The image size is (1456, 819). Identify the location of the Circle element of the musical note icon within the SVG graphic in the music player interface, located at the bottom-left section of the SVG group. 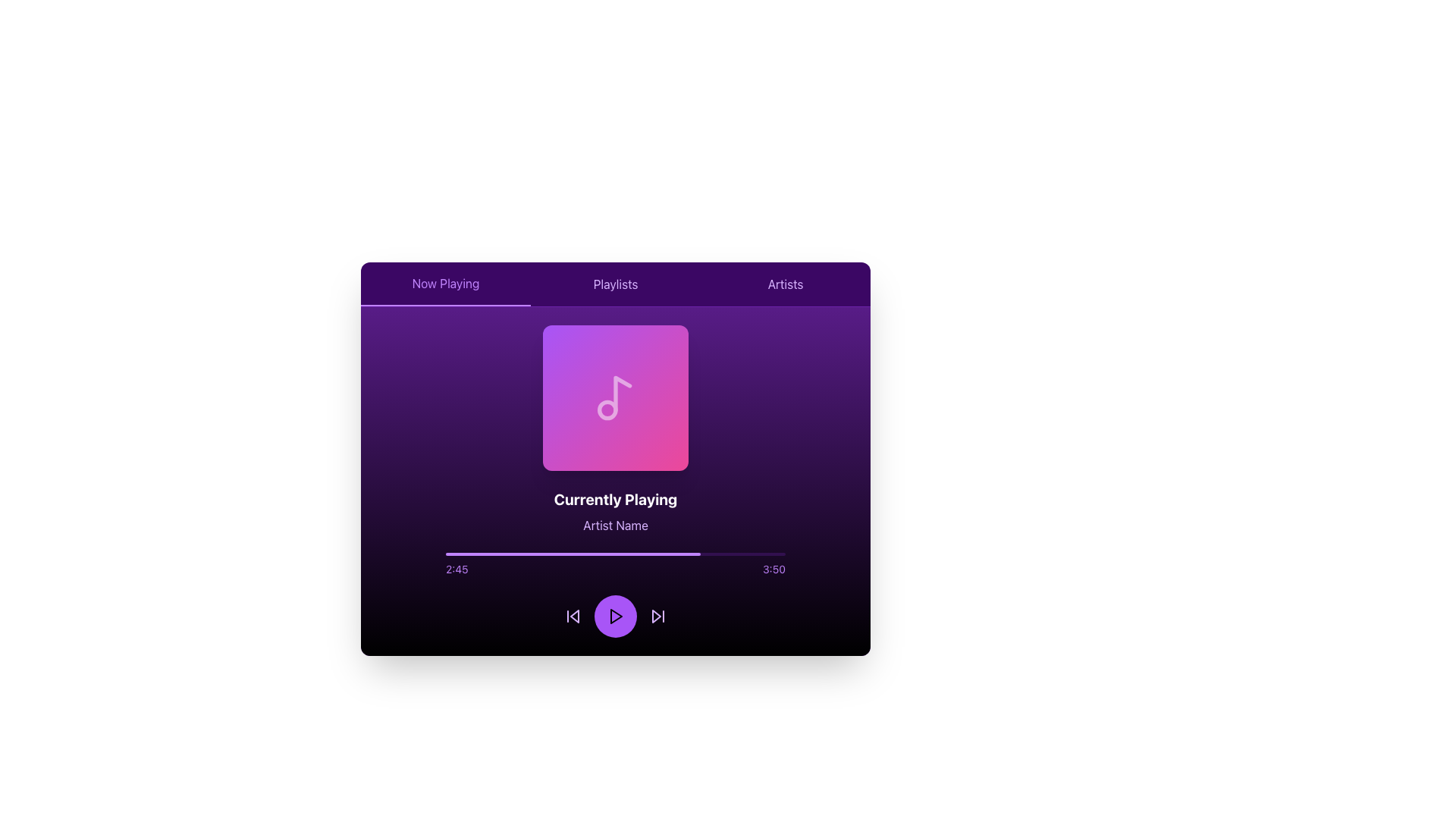
(607, 409).